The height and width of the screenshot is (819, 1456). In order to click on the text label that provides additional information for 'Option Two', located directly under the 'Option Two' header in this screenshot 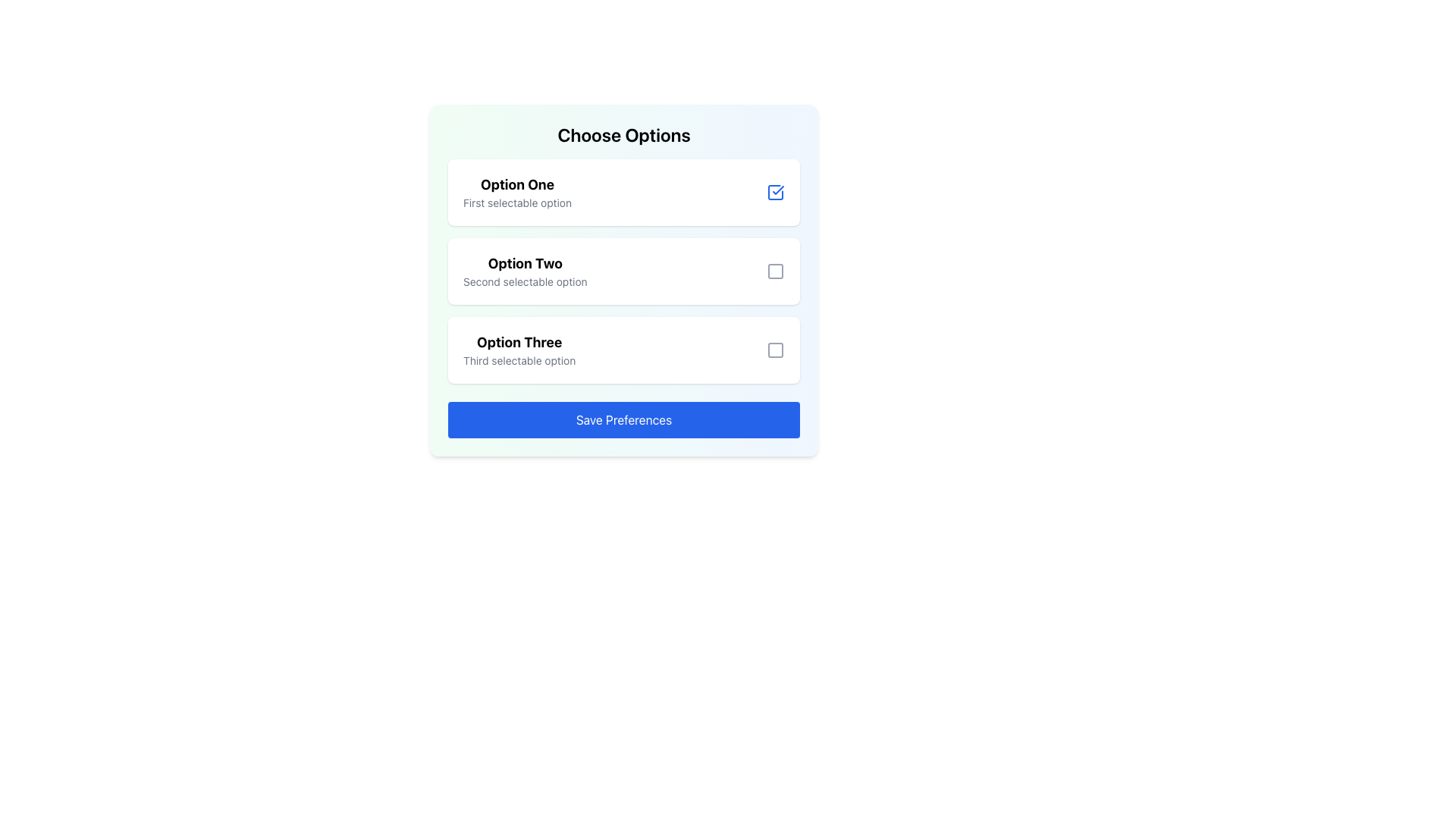, I will do `click(525, 281)`.